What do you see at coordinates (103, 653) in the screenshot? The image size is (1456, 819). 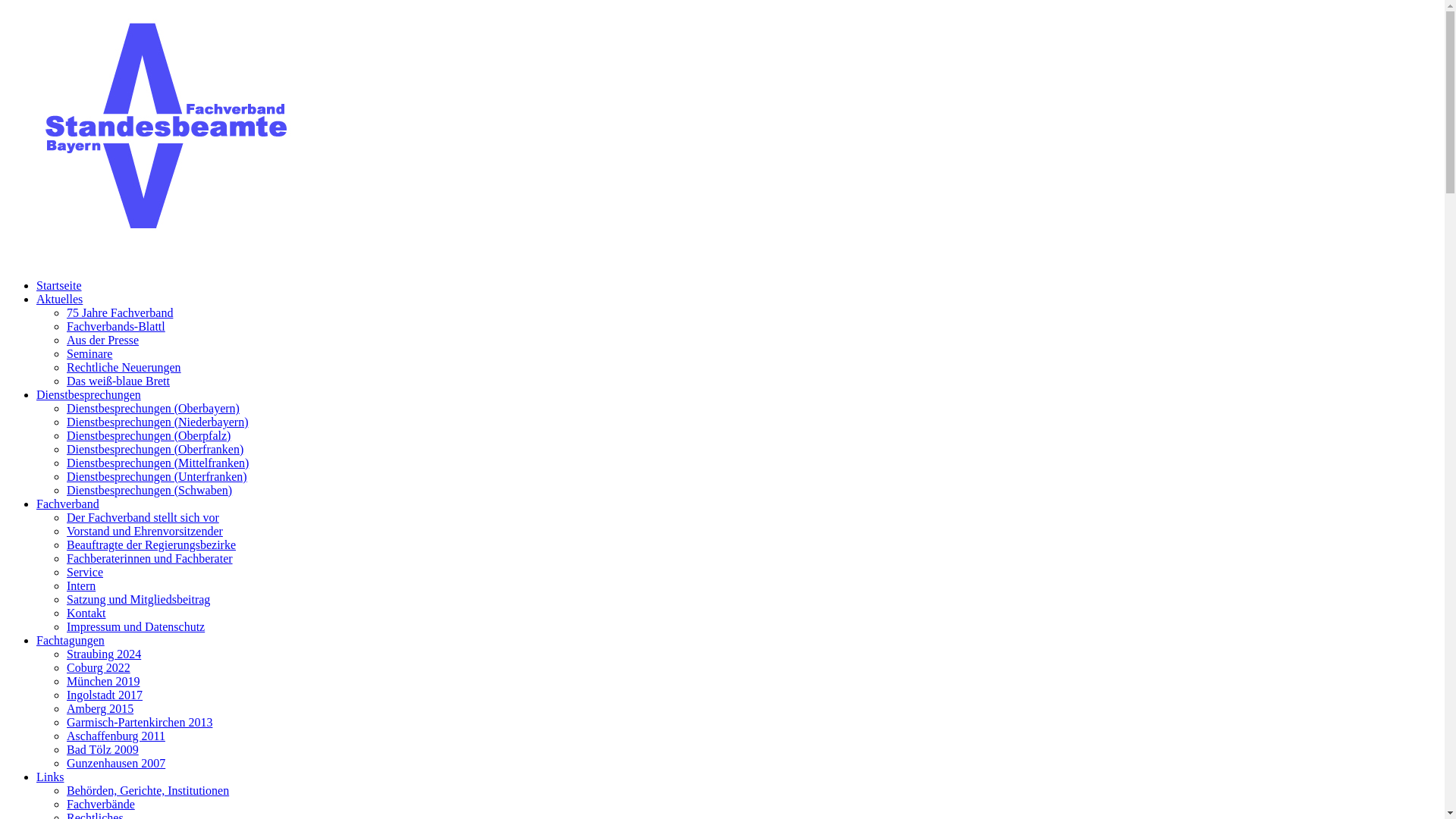 I see `'Straubing 2024'` at bounding box center [103, 653].